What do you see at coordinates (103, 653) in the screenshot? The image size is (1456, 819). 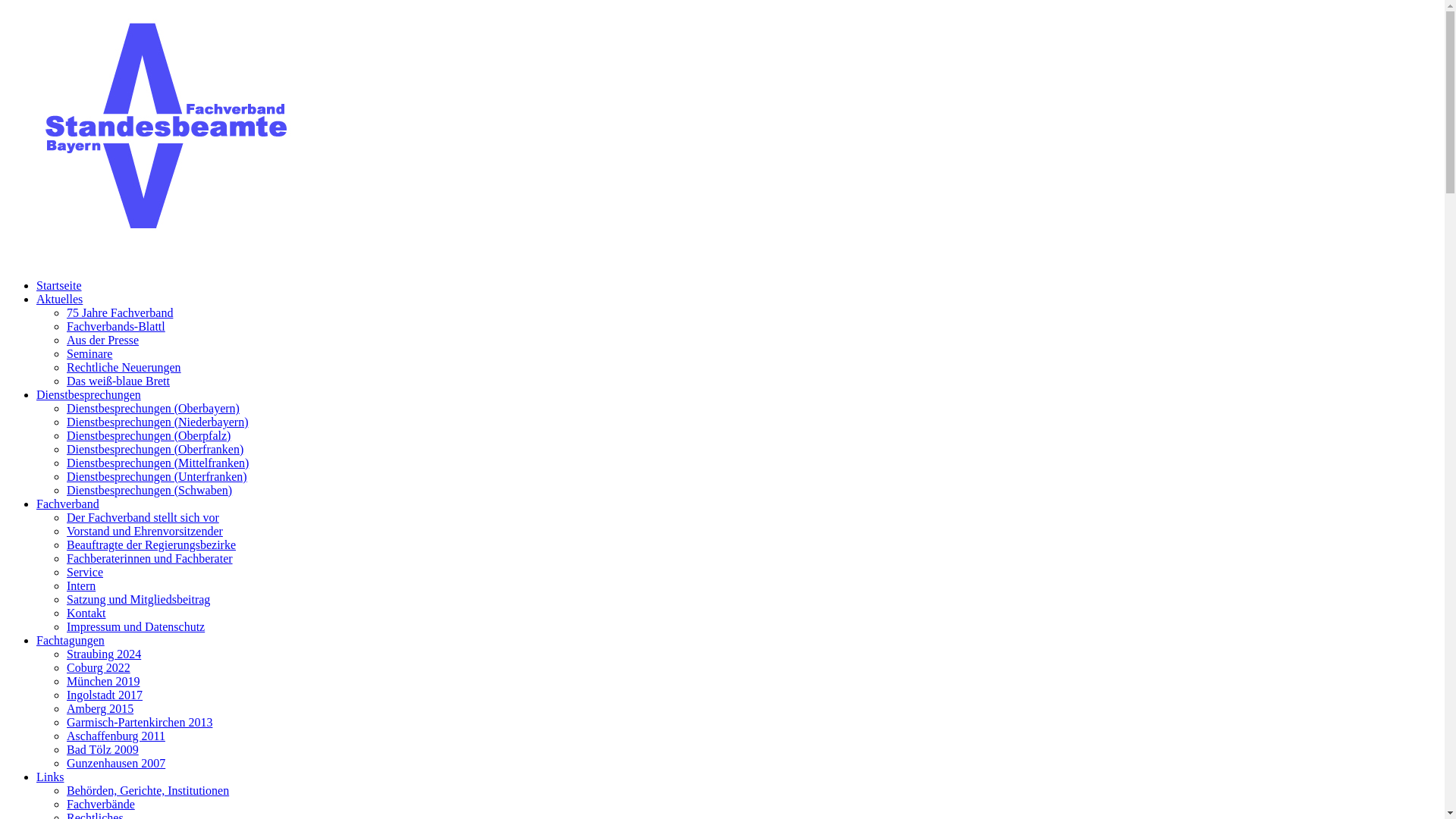 I see `'Straubing 2024'` at bounding box center [103, 653].